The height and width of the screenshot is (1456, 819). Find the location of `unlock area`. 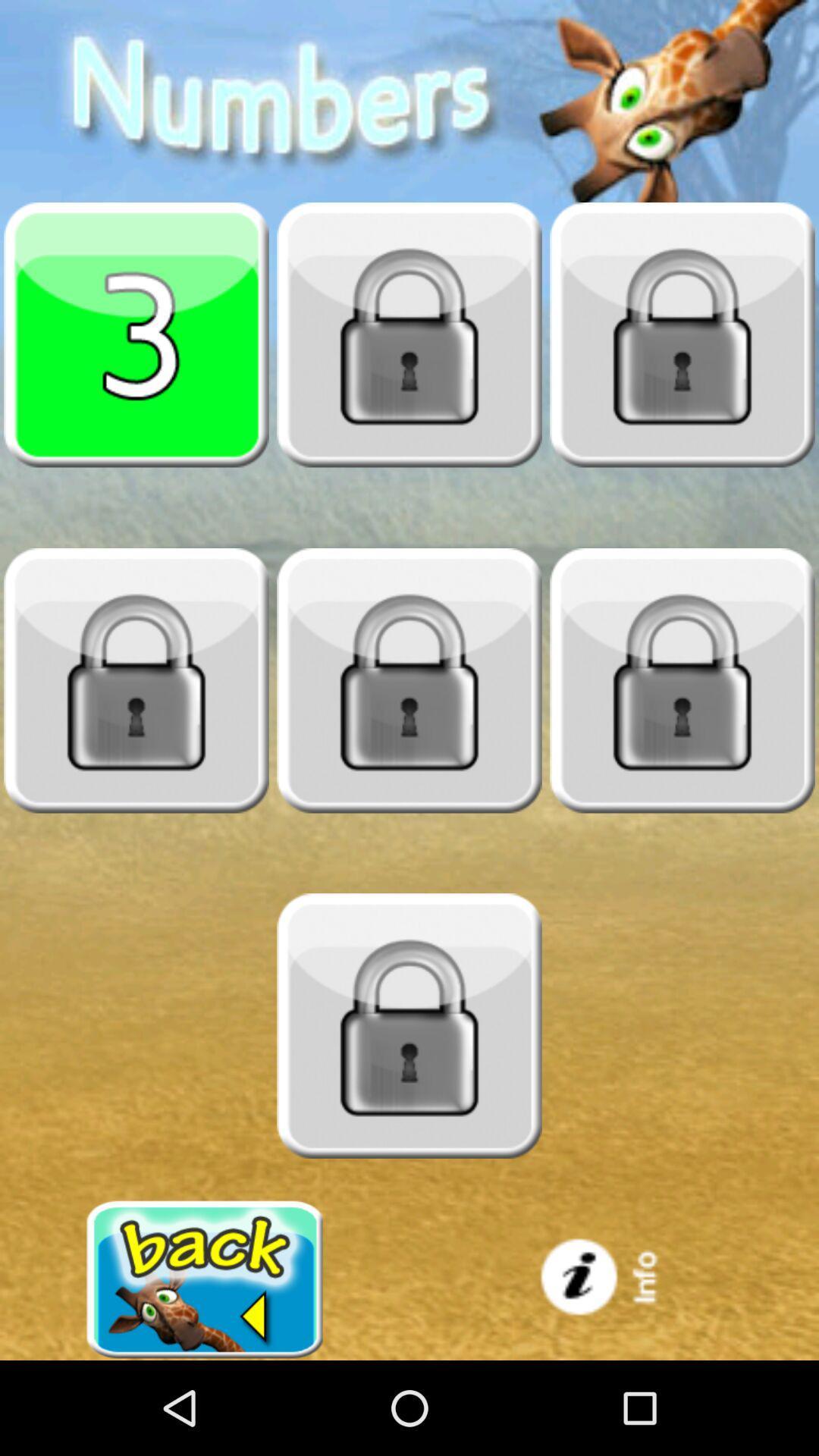

unlock area is located at coordinates (409, 1026).